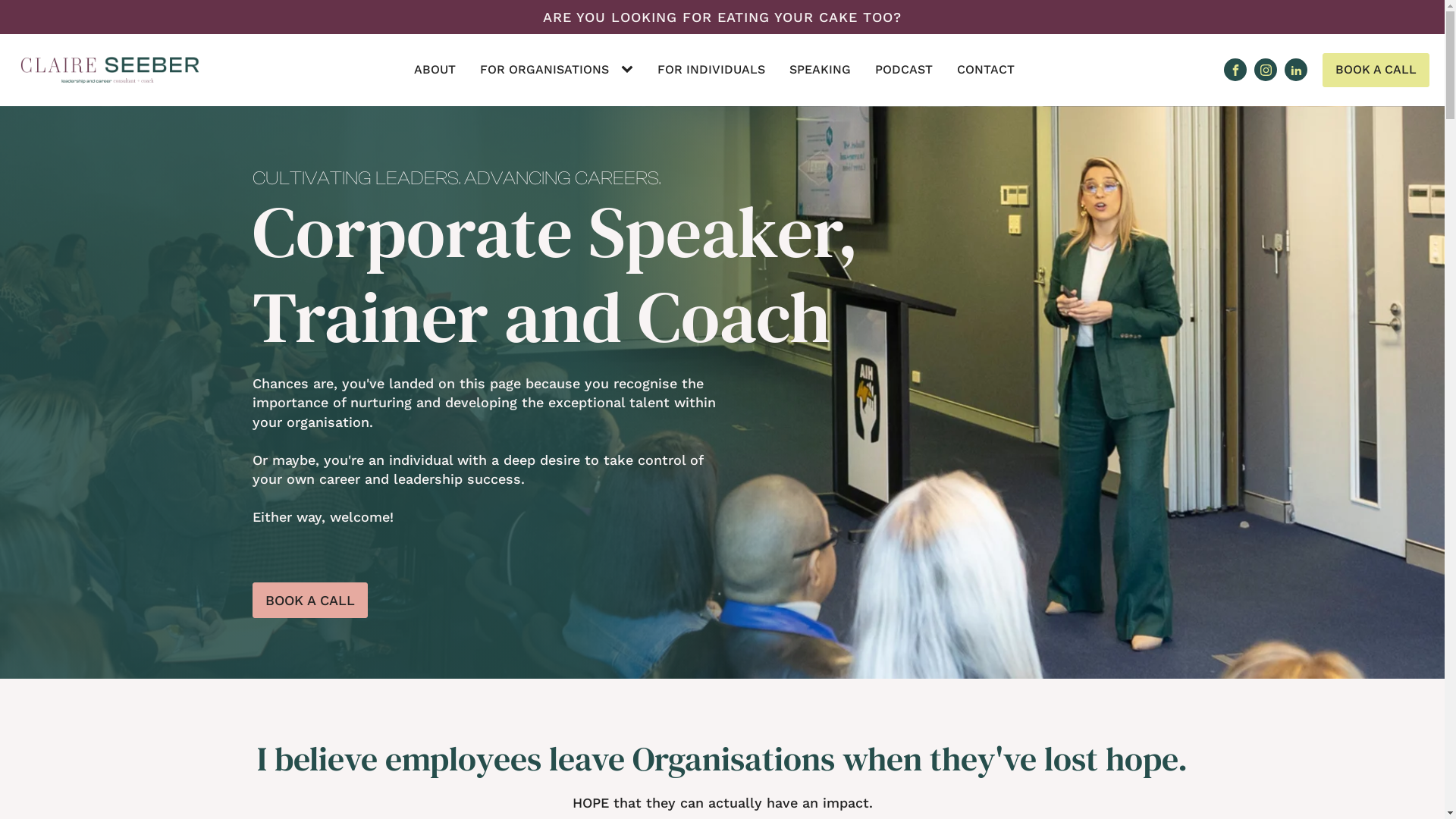 The height and width of the screenshot is (819, 1456). I want to click on 'ARE YOU LOOKING FOR EATING YOUR CAKE TOO?', so click(721, 17).